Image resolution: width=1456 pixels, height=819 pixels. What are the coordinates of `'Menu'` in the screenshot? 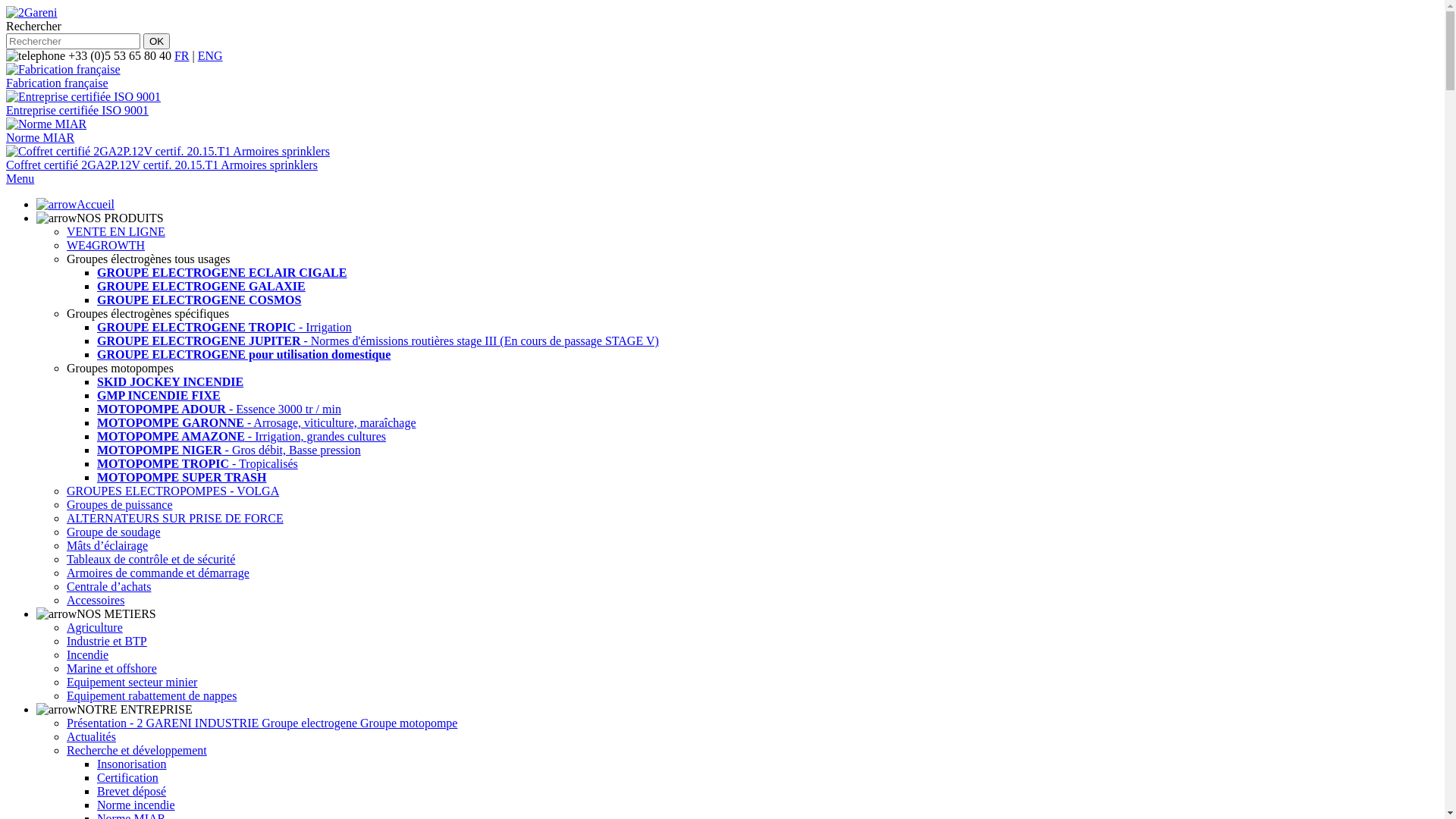 It's located at (20, 177).